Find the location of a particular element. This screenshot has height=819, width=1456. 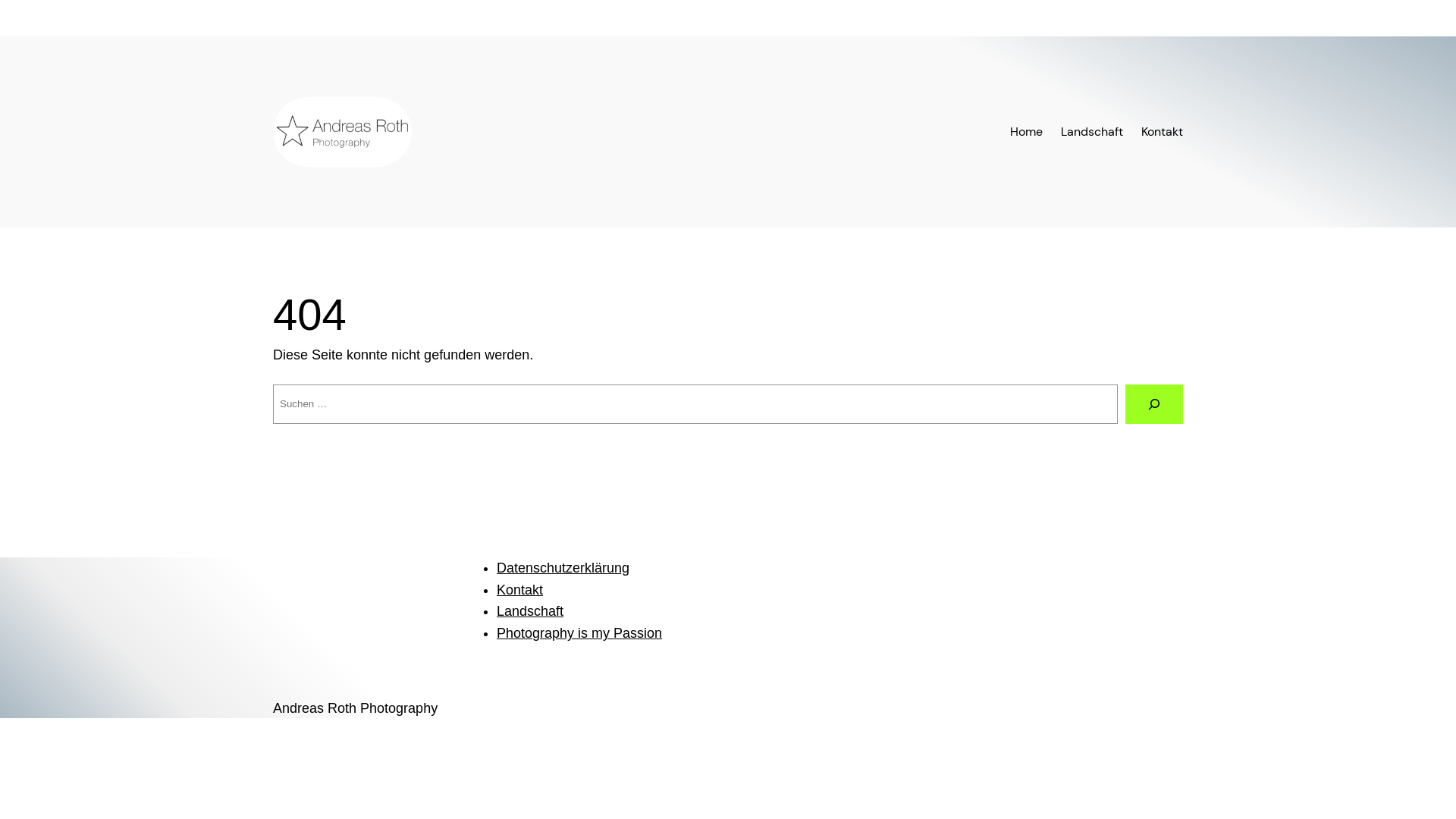

'Home' is located at coordinates (1026, 130).